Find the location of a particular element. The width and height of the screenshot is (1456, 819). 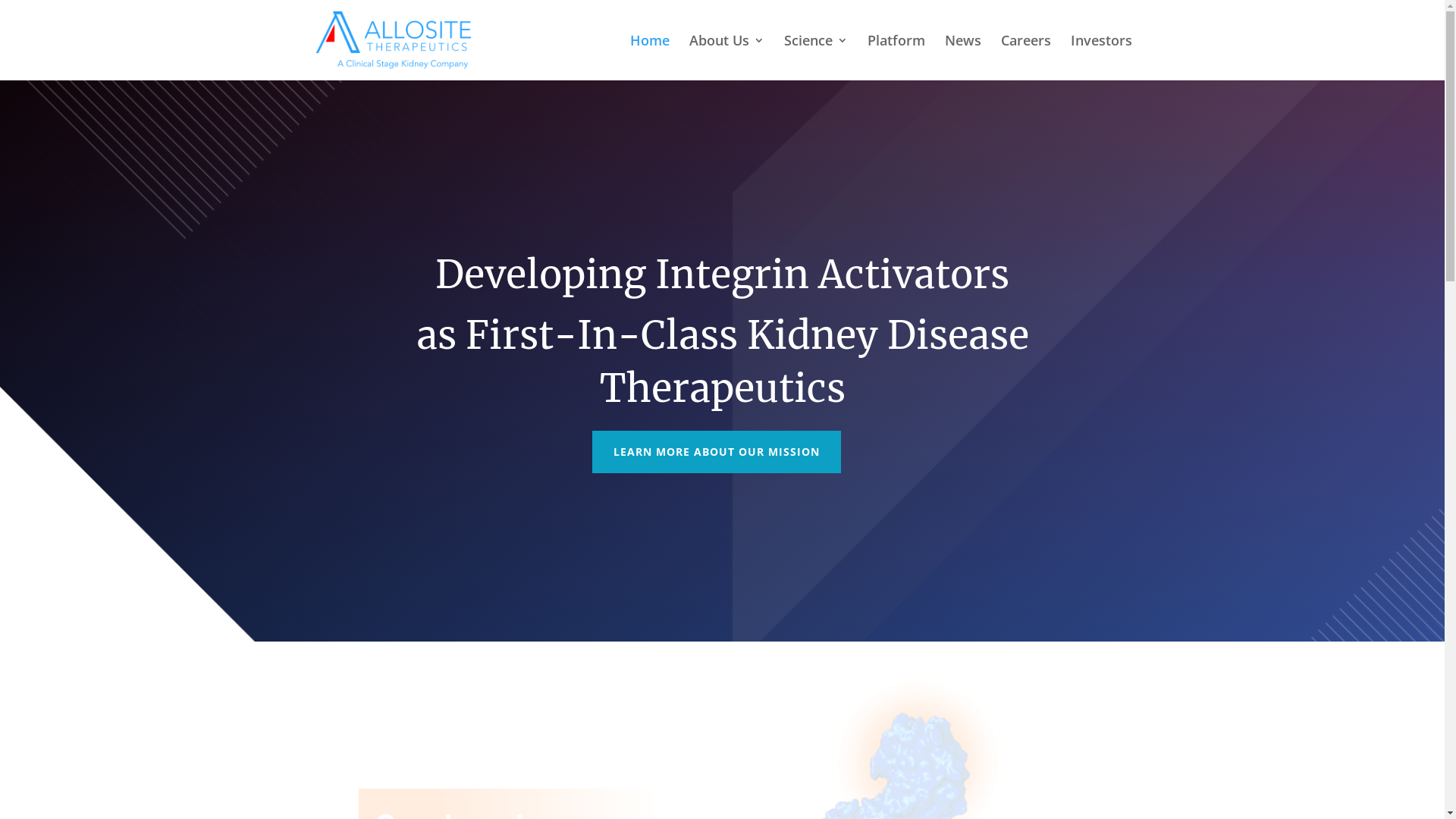

'Platform' is located at coordinates (896, 57).